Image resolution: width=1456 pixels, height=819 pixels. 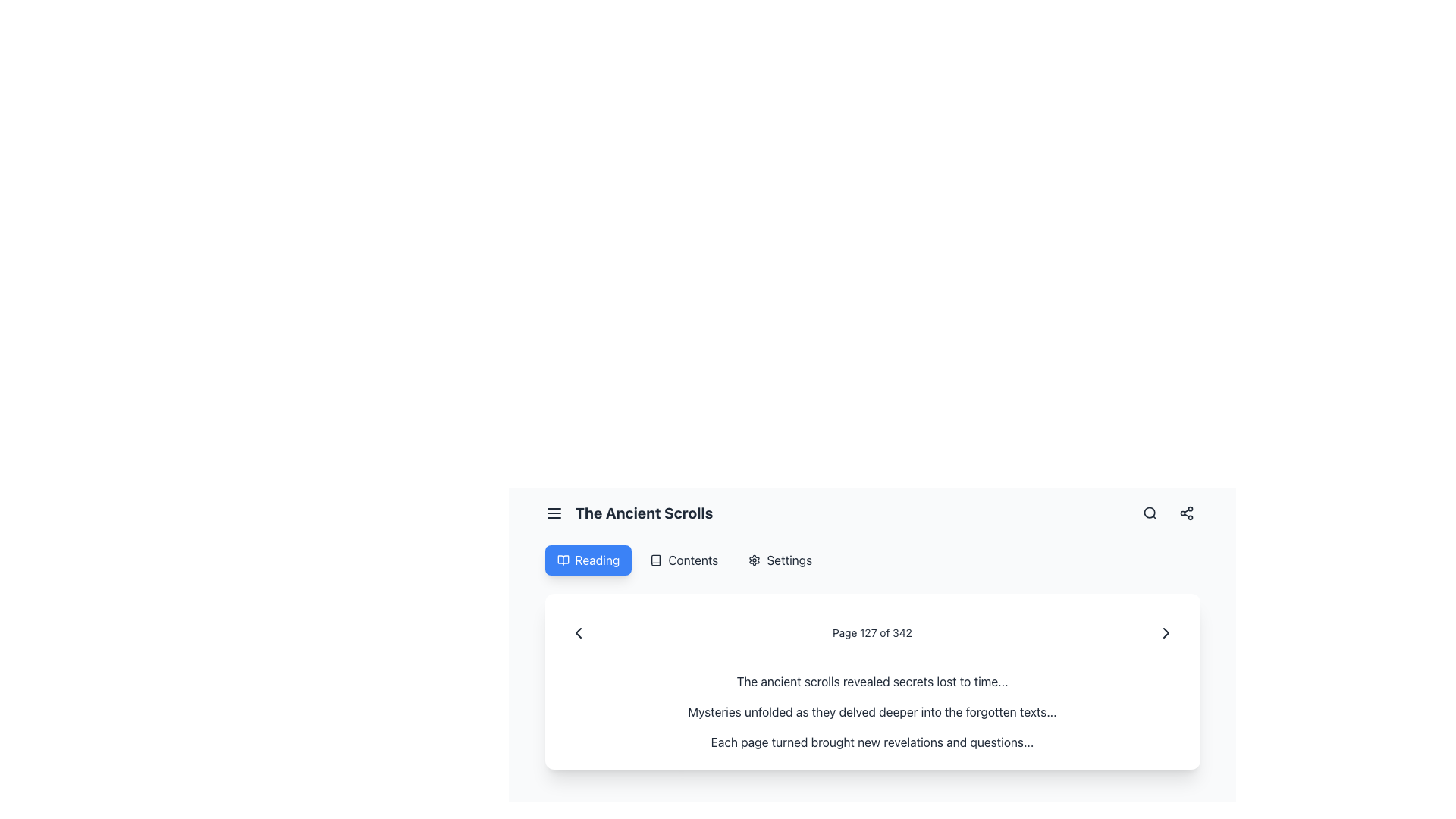 I want to click on the label element that denotes the 'Settings' section in the interface, located below the title 'The Ancient Scrolls', so click(x=780, y=560).